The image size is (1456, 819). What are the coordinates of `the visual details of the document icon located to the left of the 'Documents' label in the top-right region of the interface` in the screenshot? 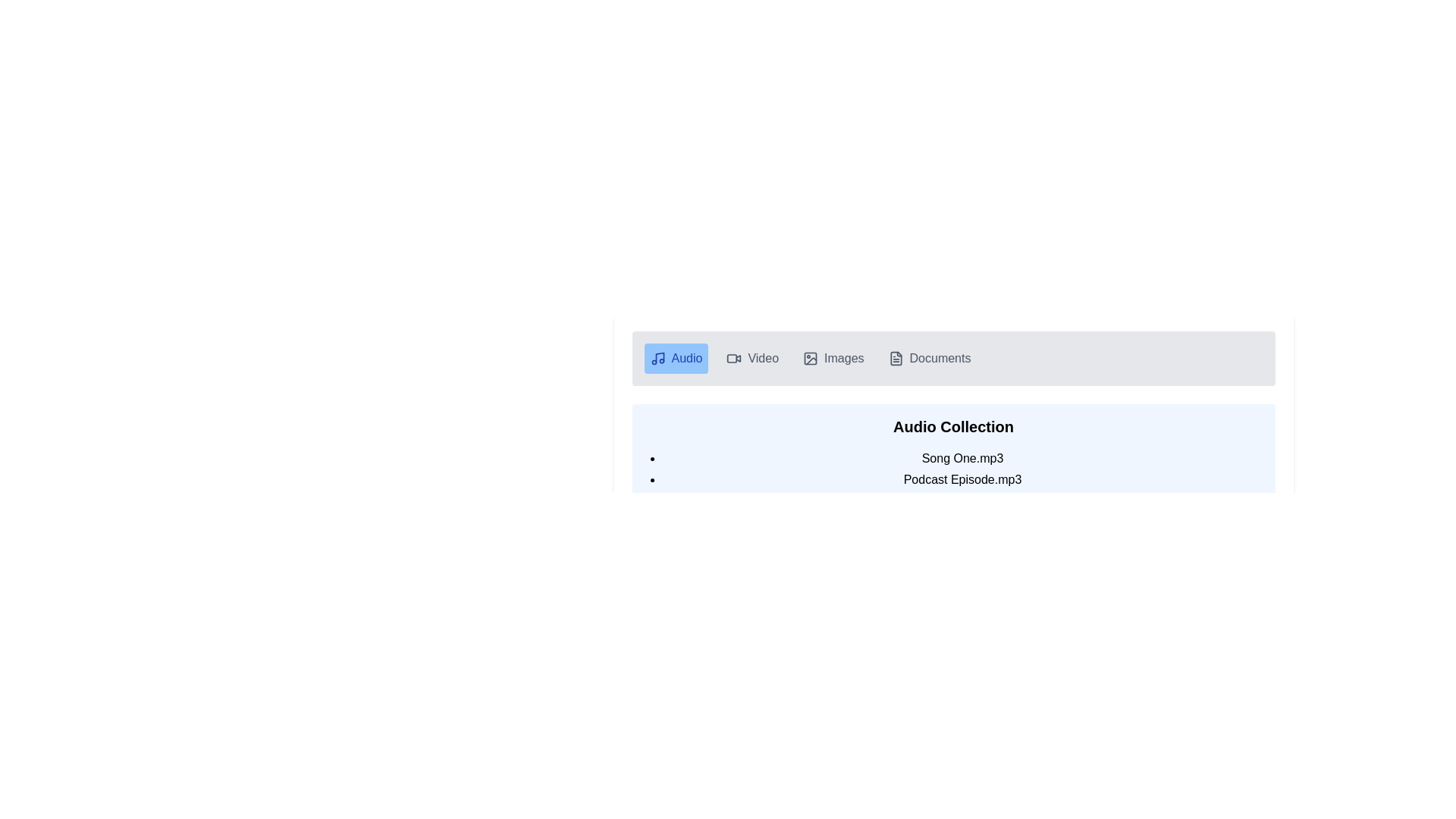 It's located at (896, 359).